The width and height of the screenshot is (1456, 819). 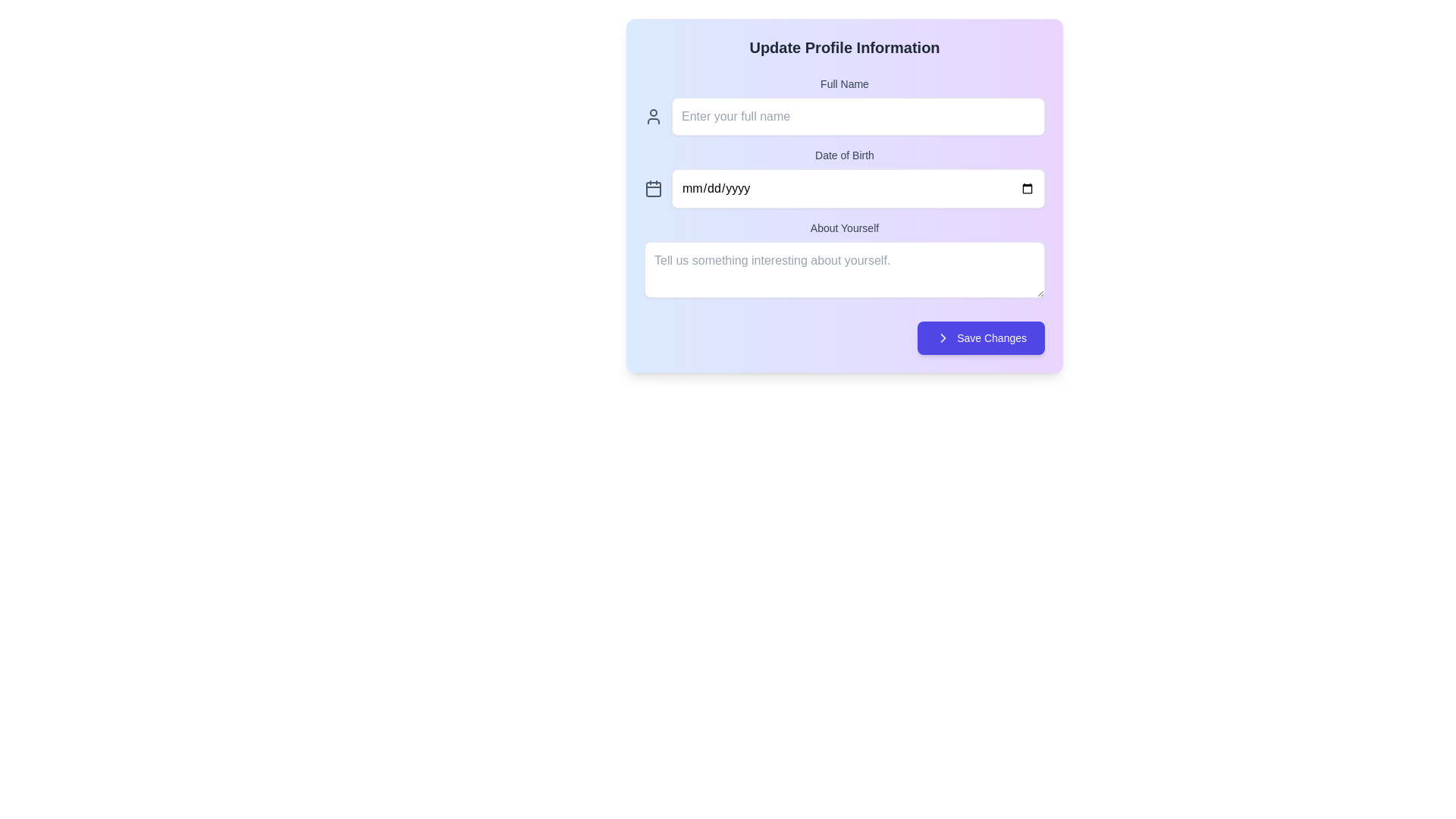 I want to click on the decorative icon within the 'Save Changes' button located at the bottom right corner of the dialog box containing the profile update form, so click(x=943, y=337).